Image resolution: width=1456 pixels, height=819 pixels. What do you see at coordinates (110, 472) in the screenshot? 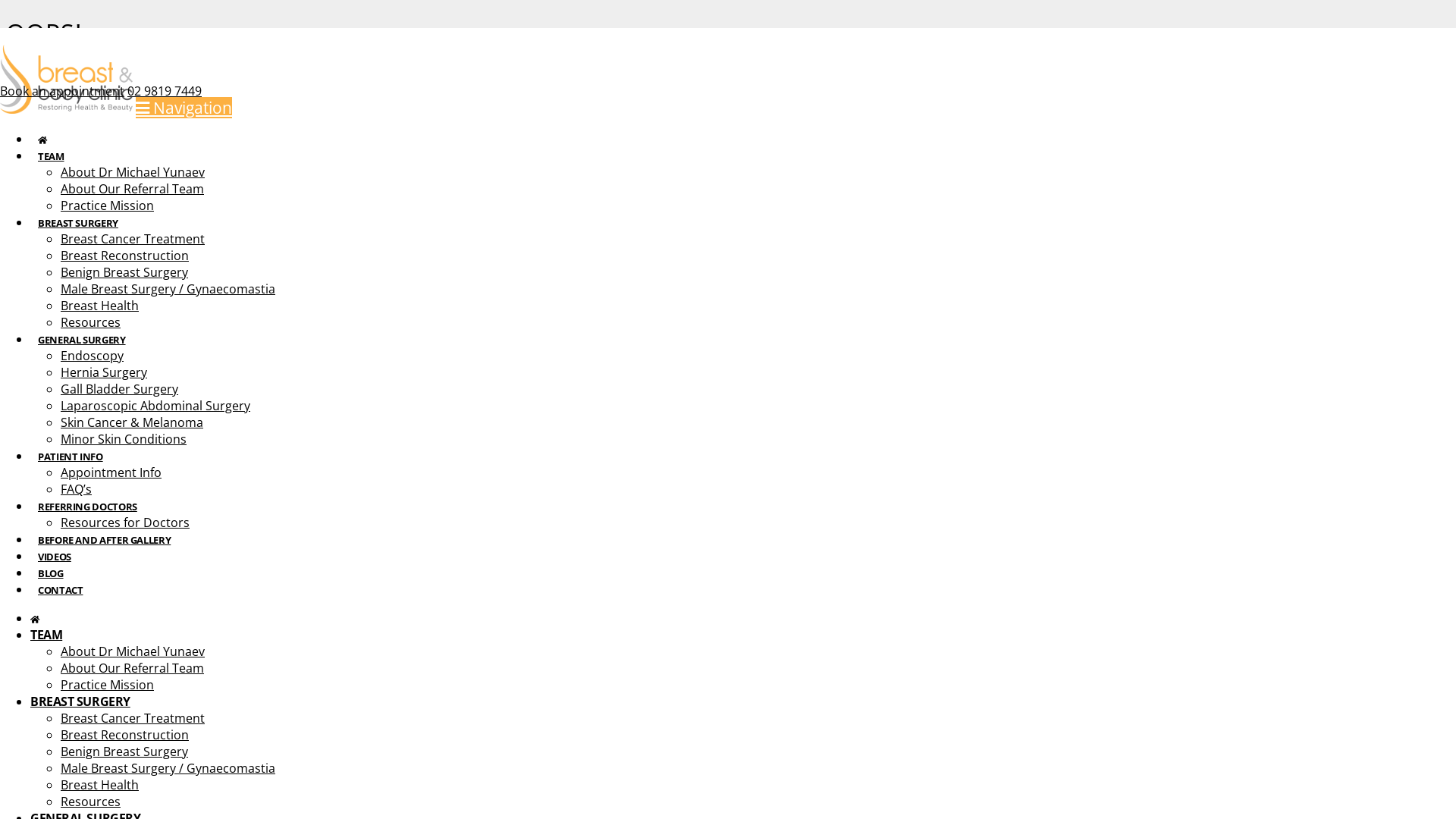
I see `'Appointment Info'` at bounding box center [110, 472].